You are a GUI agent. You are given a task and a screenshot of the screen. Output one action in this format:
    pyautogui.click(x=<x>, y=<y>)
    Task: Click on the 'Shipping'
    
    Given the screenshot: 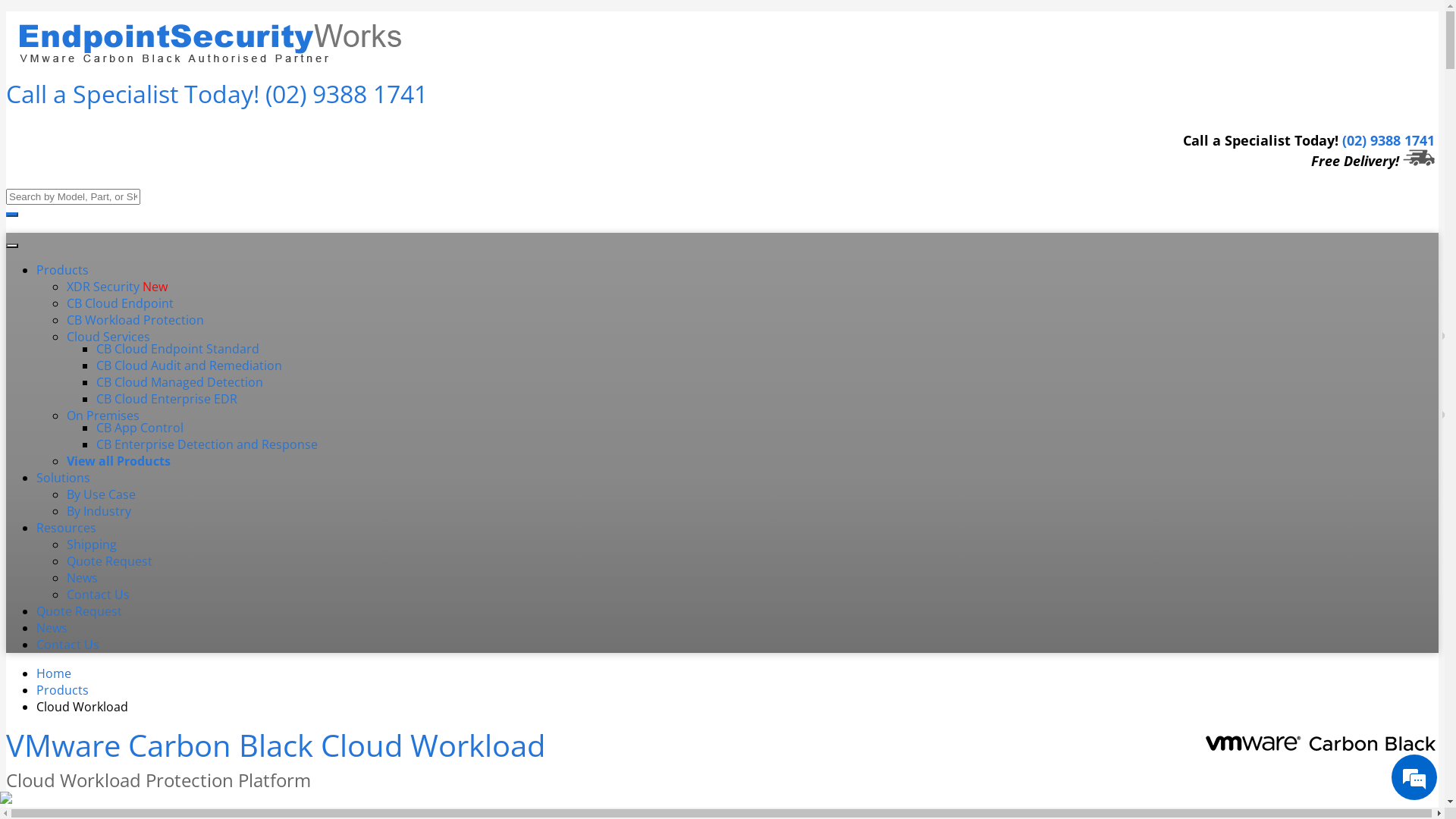 What is the action you would take?
    pyautogui.click(x=90, y=543)
    